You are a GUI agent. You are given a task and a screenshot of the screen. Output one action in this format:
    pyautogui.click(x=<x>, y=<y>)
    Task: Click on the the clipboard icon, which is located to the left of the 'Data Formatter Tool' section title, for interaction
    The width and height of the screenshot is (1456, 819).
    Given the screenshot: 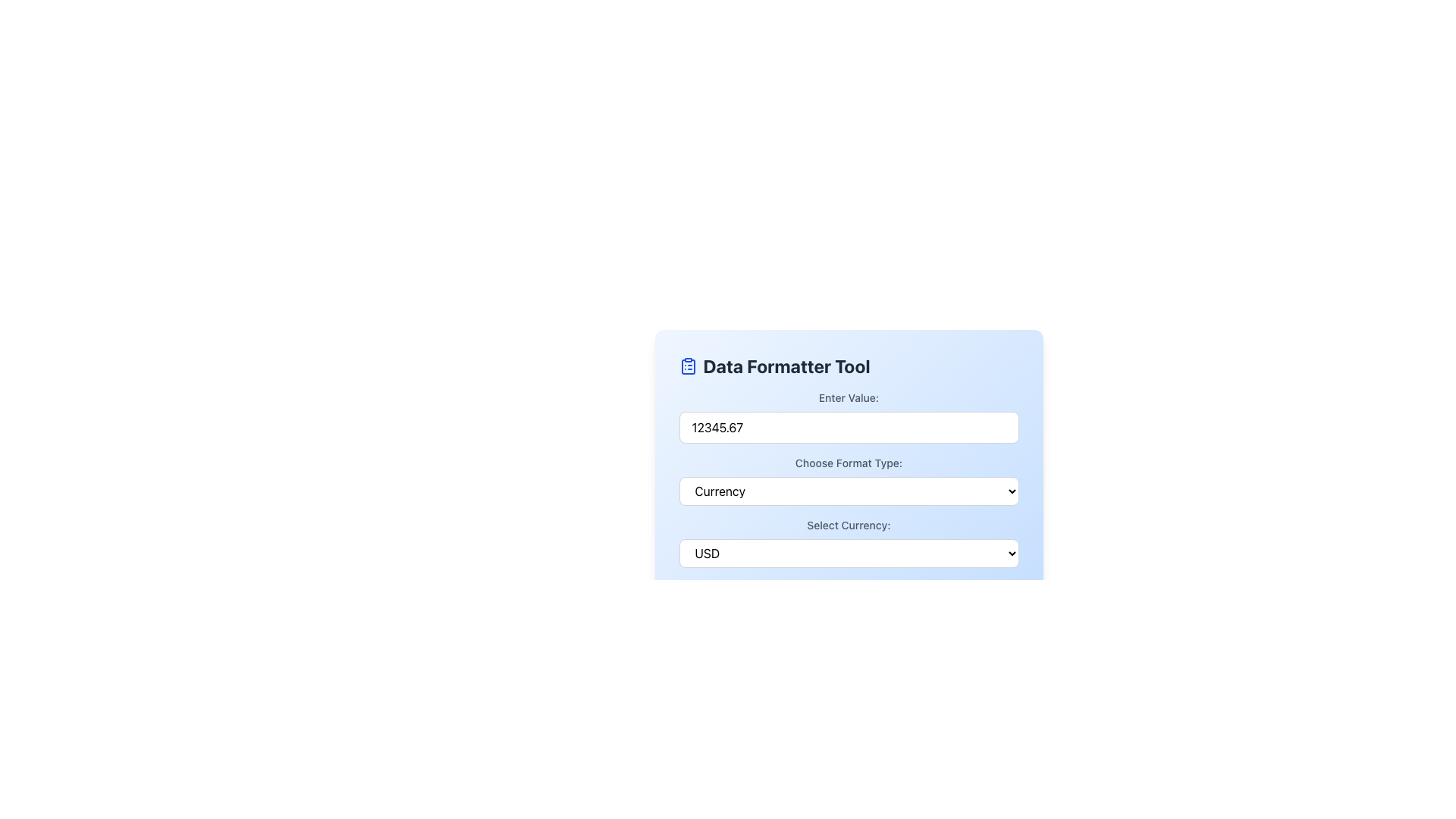 What is the action you would take?
    pyautogui.click(x=687, y=366)
    